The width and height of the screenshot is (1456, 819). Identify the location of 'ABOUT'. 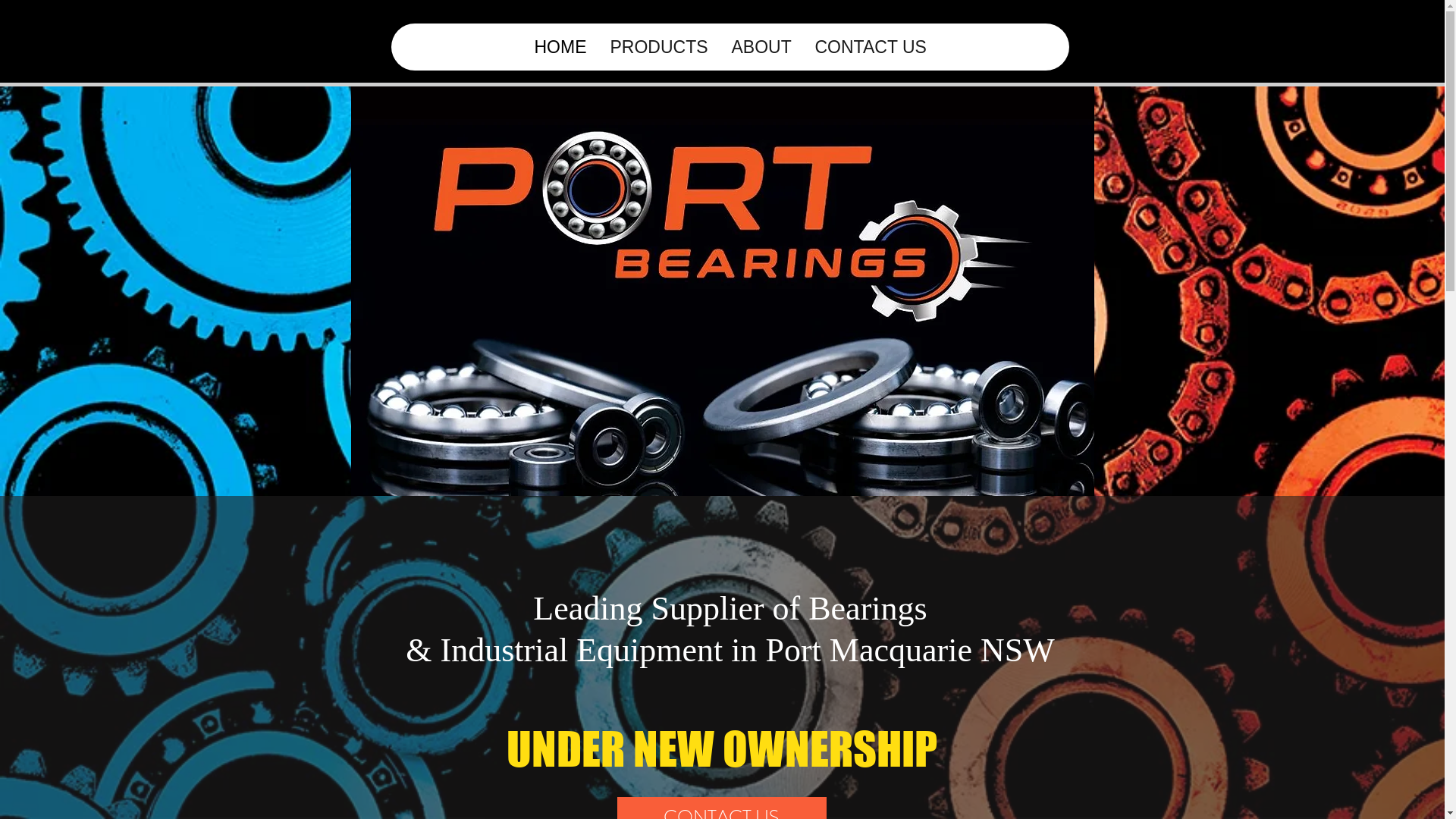
(761, 45).